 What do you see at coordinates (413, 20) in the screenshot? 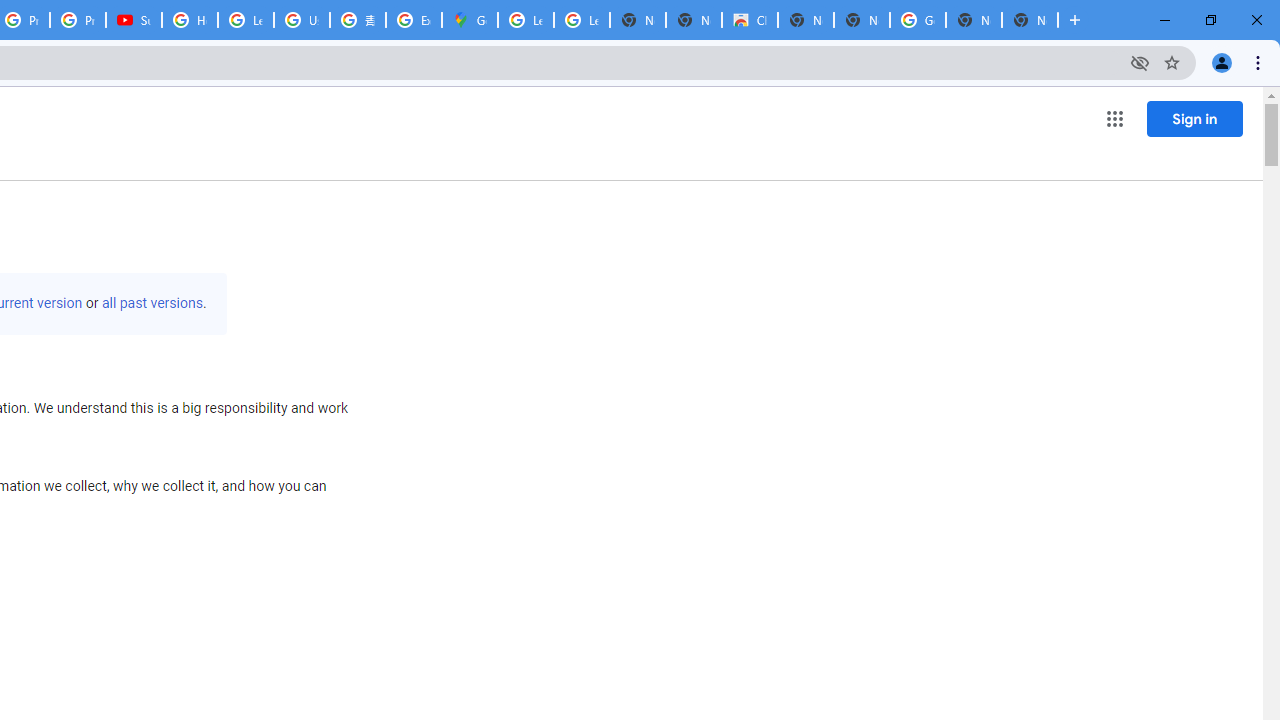
I see `'Explore new street-level details - Google Maps Help'` at bounding box center [413, 20].